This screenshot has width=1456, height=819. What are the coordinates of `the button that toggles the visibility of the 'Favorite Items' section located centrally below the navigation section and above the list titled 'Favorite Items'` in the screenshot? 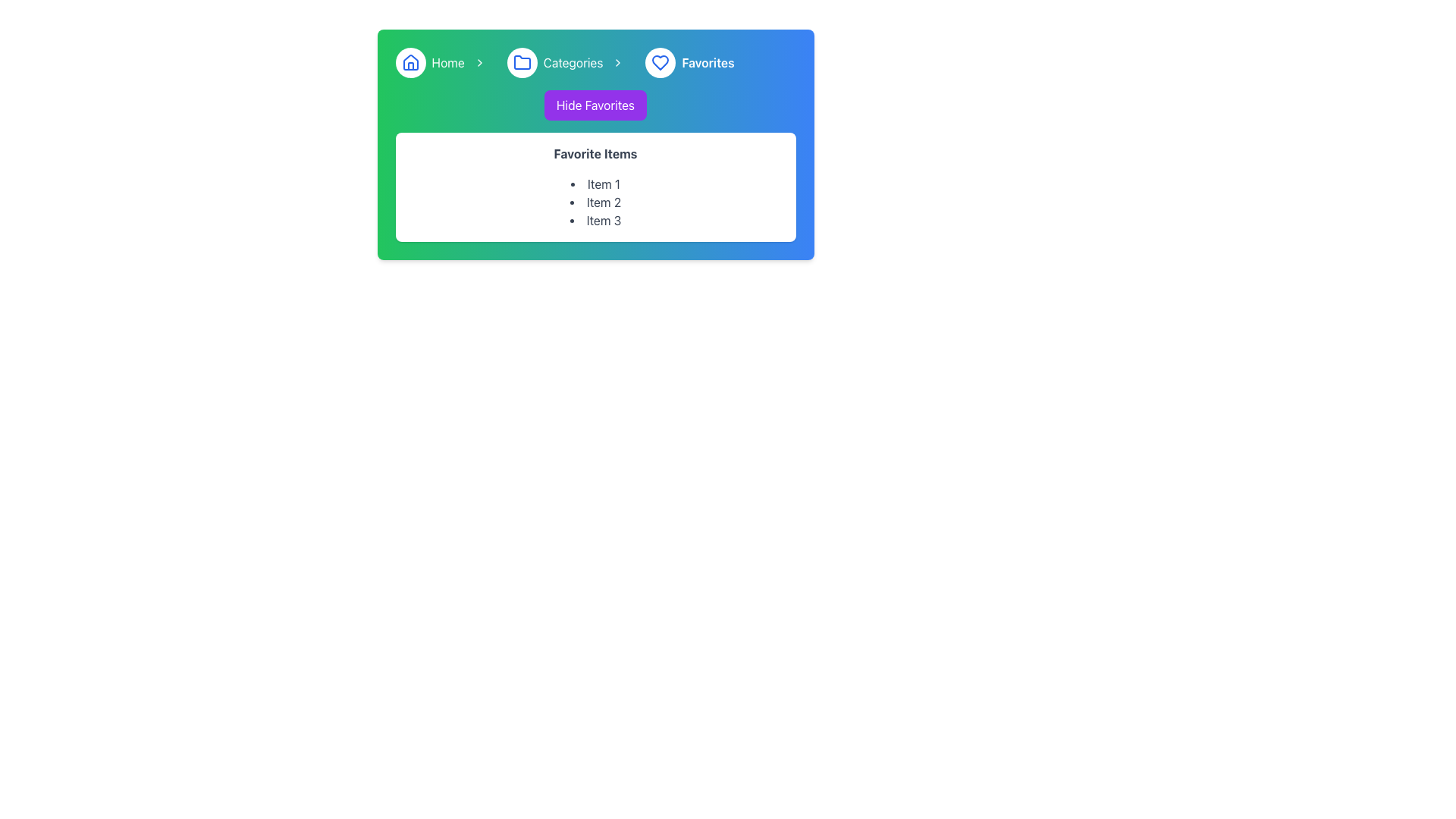 It's located at (595, 104).